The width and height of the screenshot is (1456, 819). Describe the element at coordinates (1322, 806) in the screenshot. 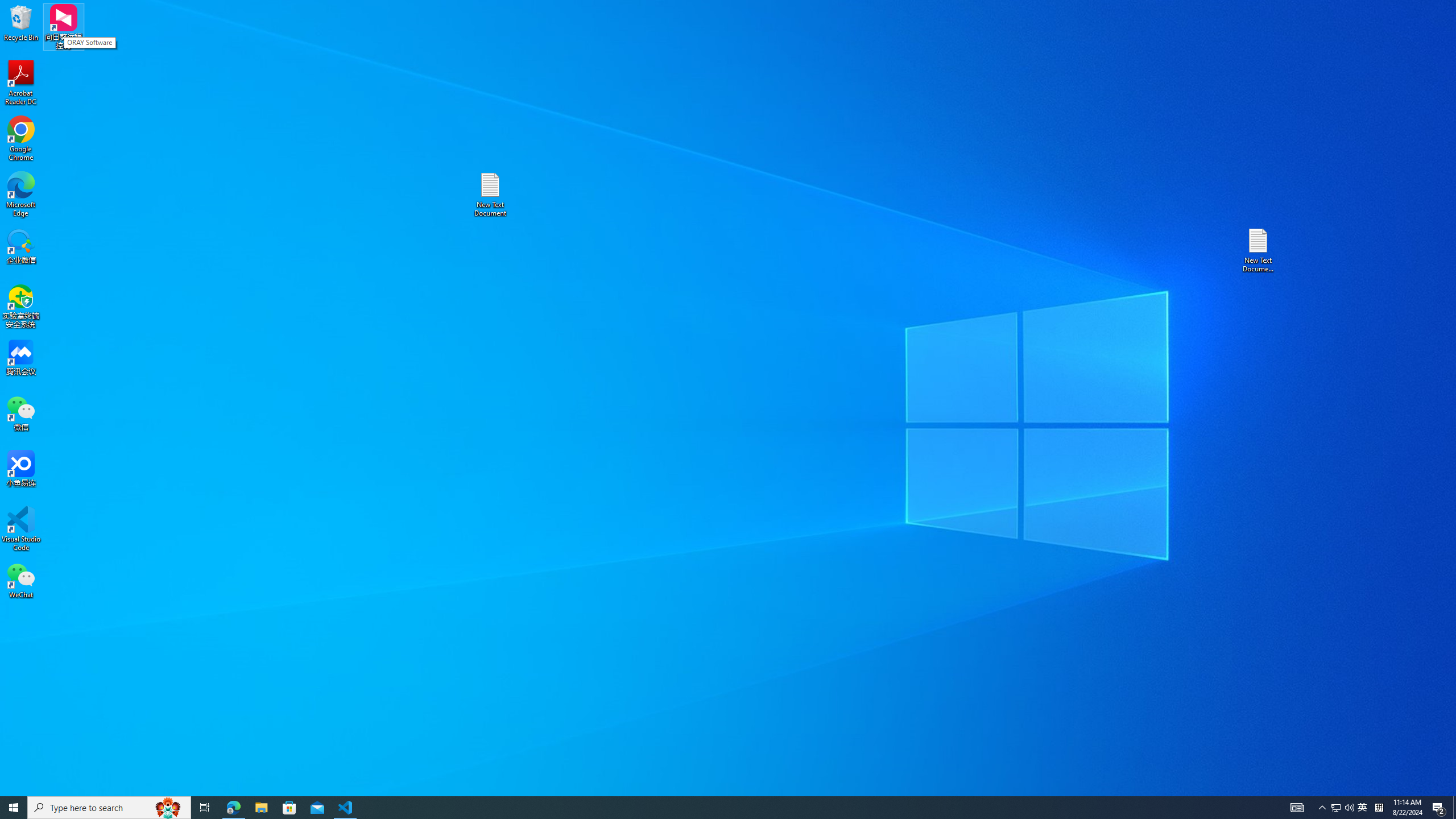

I see `'Notification Chevron'` at that location.